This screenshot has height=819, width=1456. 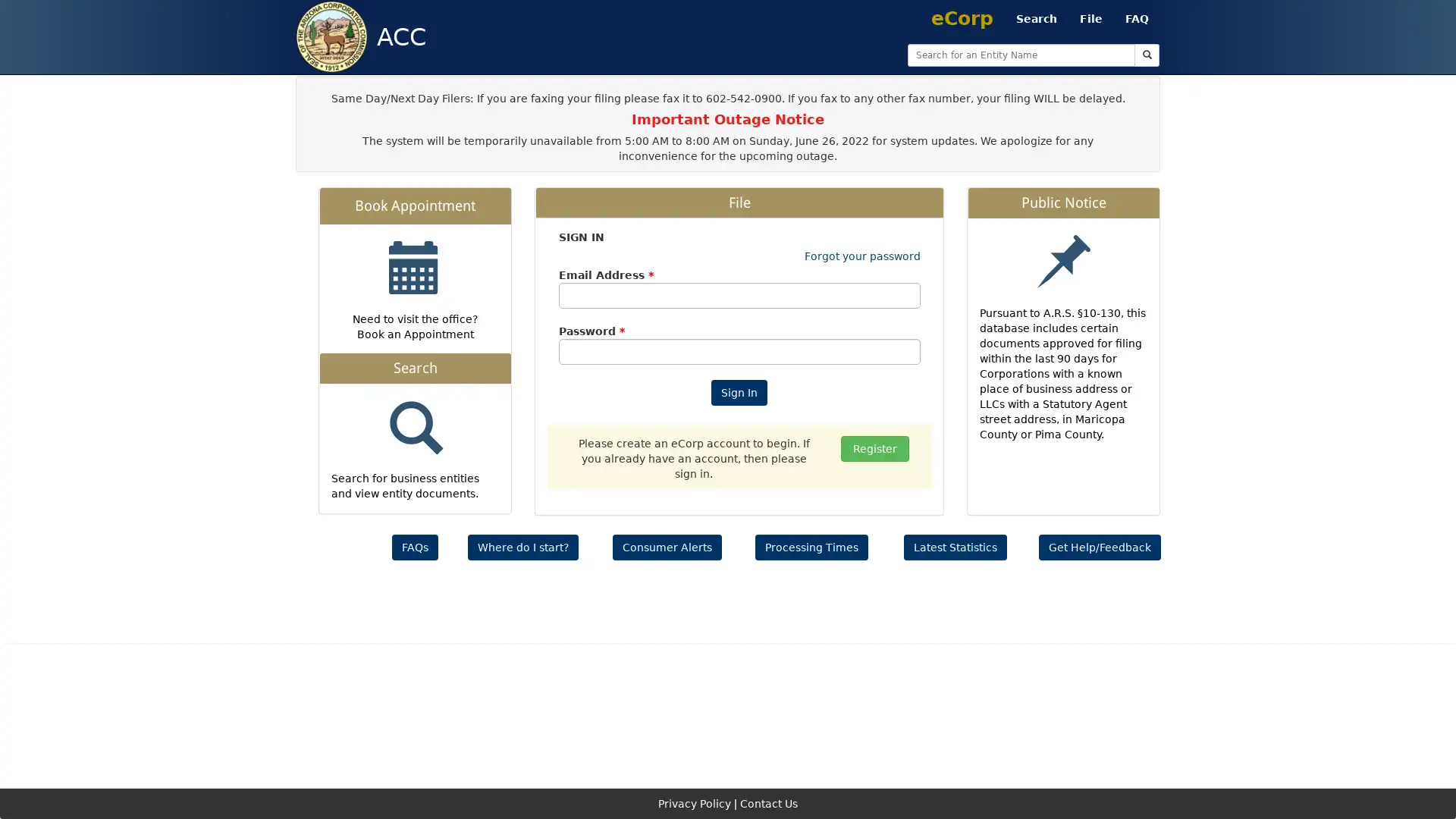 What do you see at coordinates (739, 391) in the screenshot?
I see `Sign In` at bounding box center [739, 391].